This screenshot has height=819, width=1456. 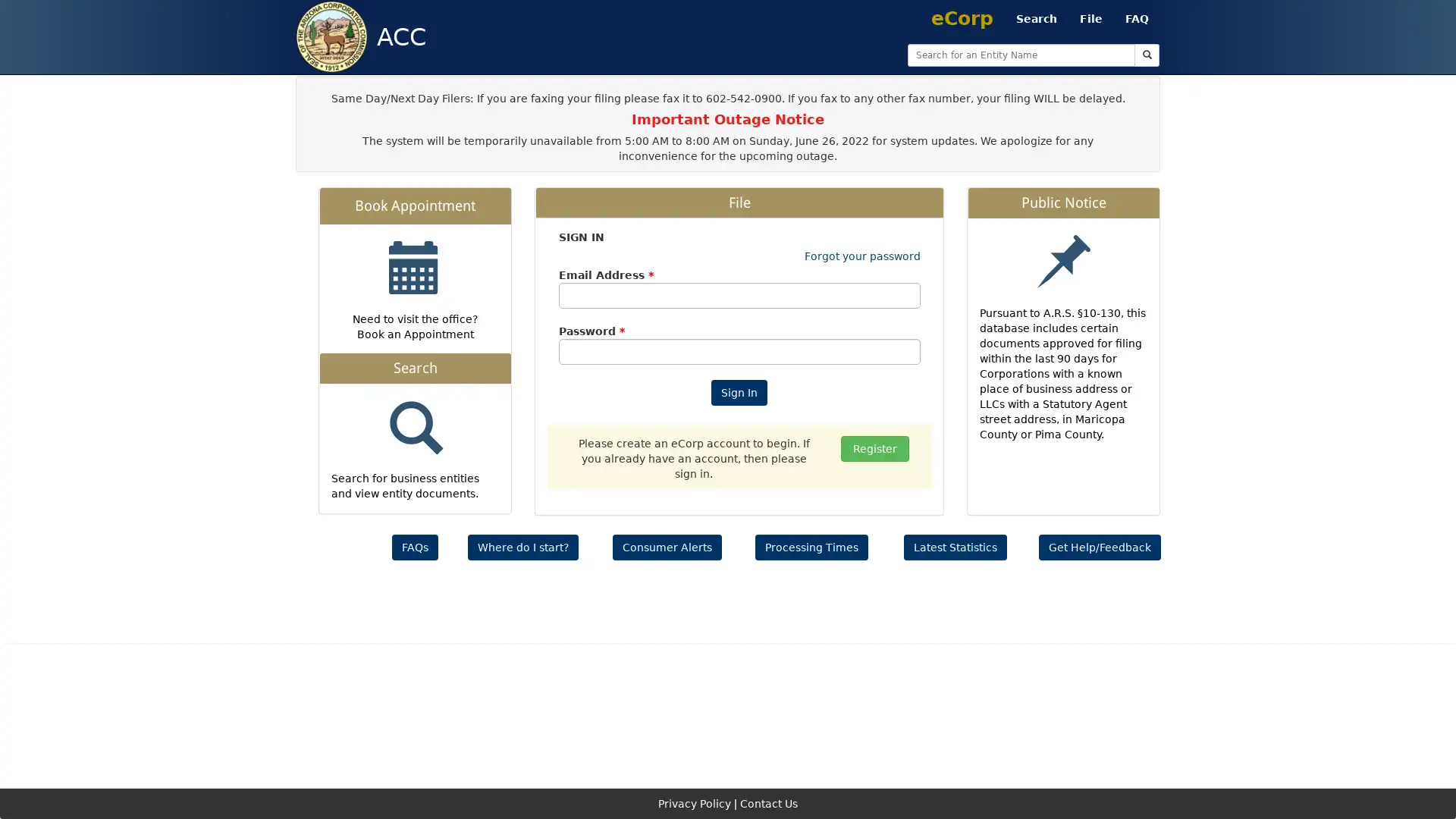 What do you see at coordinates (739, 391) in the screenshot?
I see `Sign In` at bounding box center [739, 391].